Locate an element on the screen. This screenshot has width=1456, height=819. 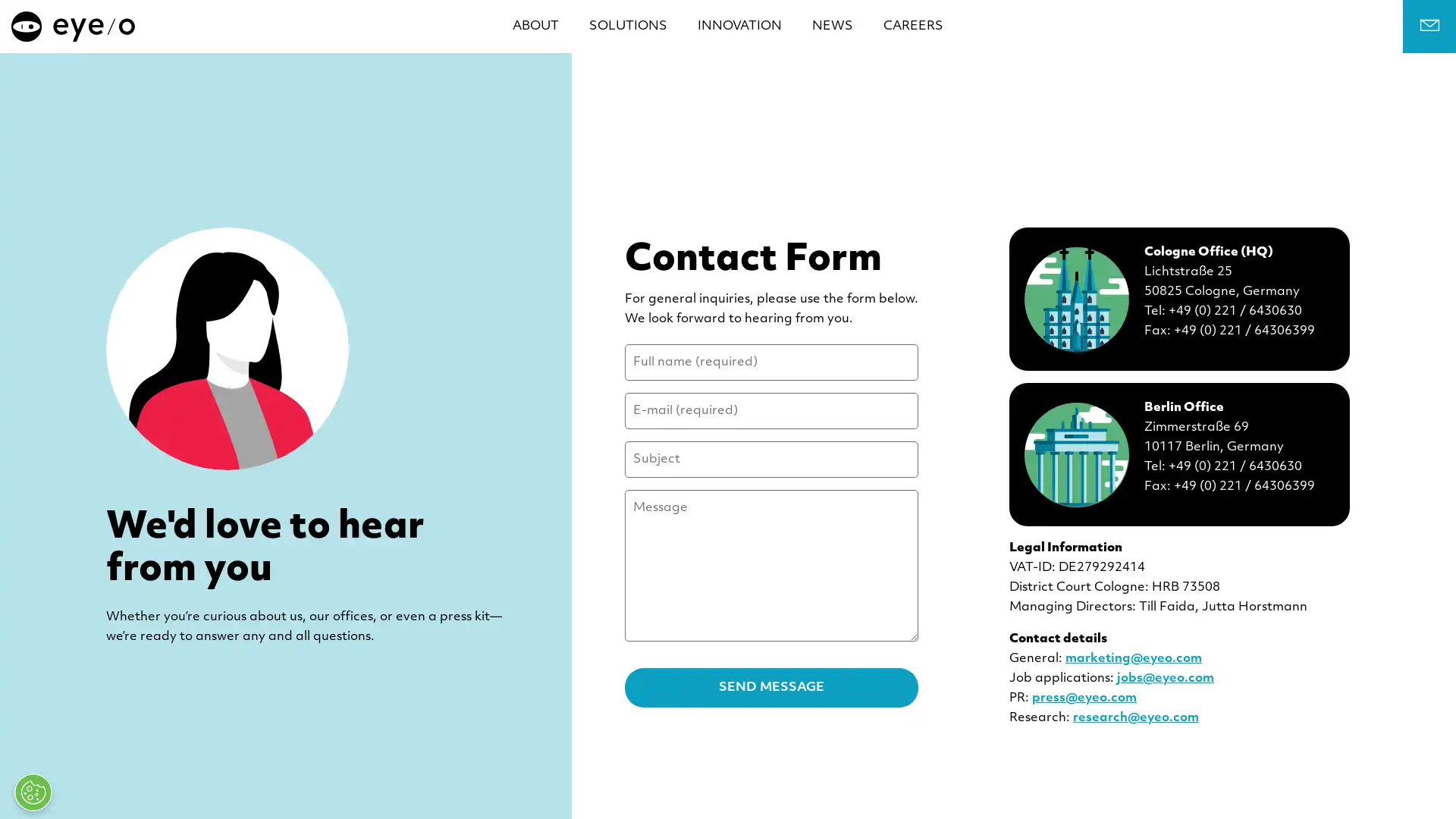
Send message is located at coordinates (771, 687).